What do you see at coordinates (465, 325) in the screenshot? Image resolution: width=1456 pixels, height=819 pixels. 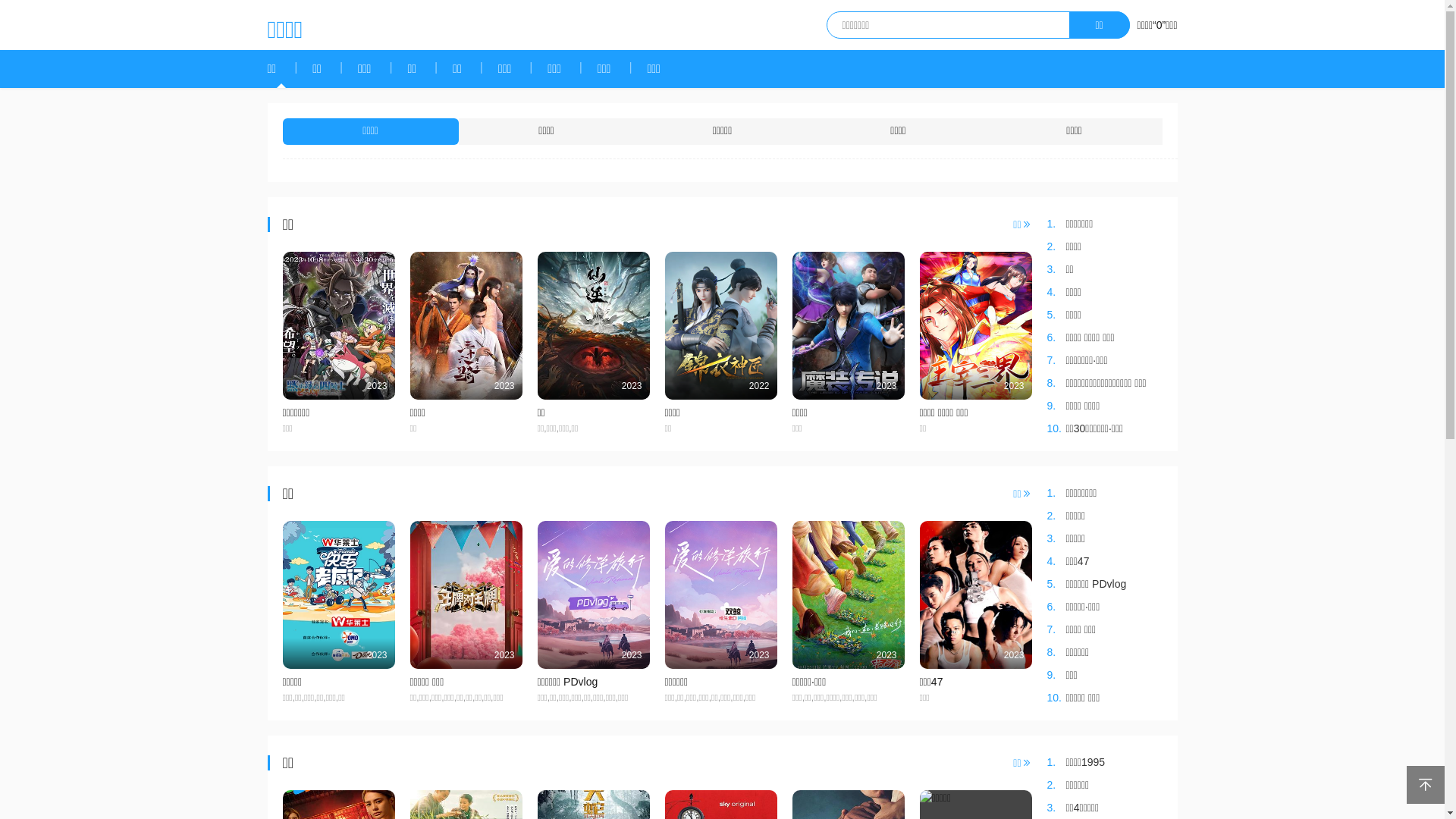 I see `'2023'` at bounding box center [465, 325].